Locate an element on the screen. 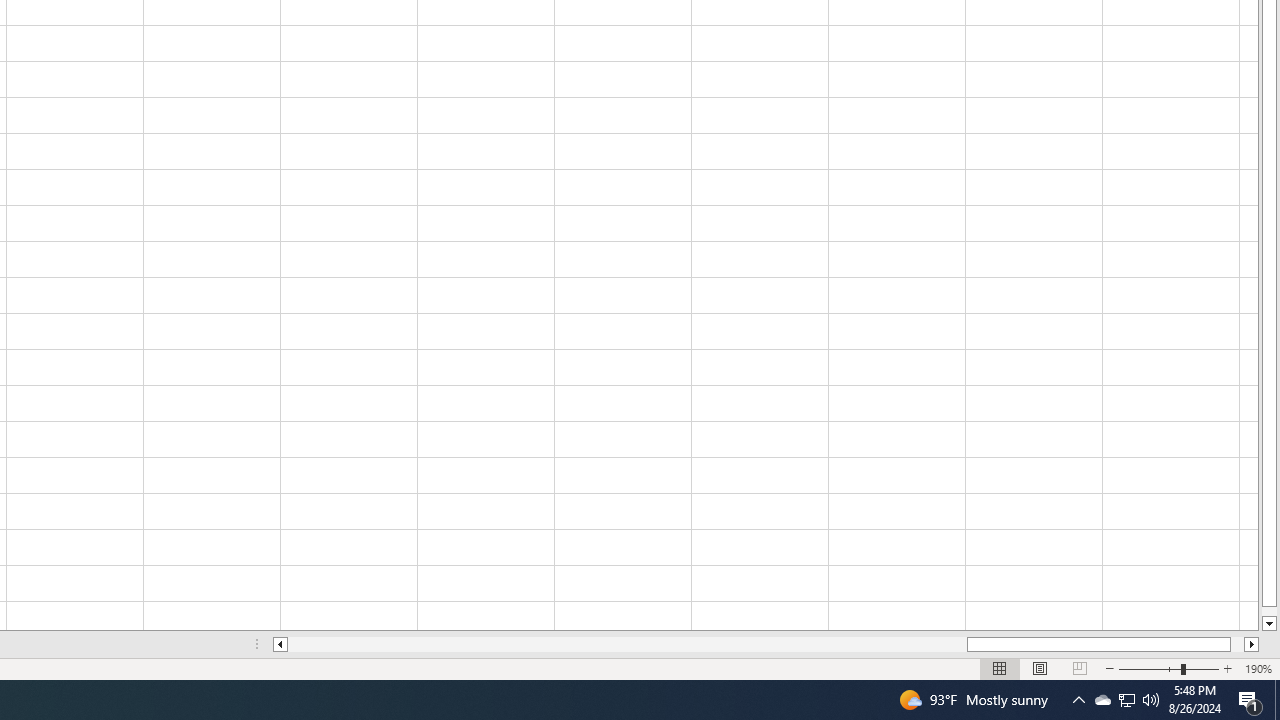 Image resolution: width=1280 pixels, height=720 pixels. 'Column left' is located at coordinates (278, 644).